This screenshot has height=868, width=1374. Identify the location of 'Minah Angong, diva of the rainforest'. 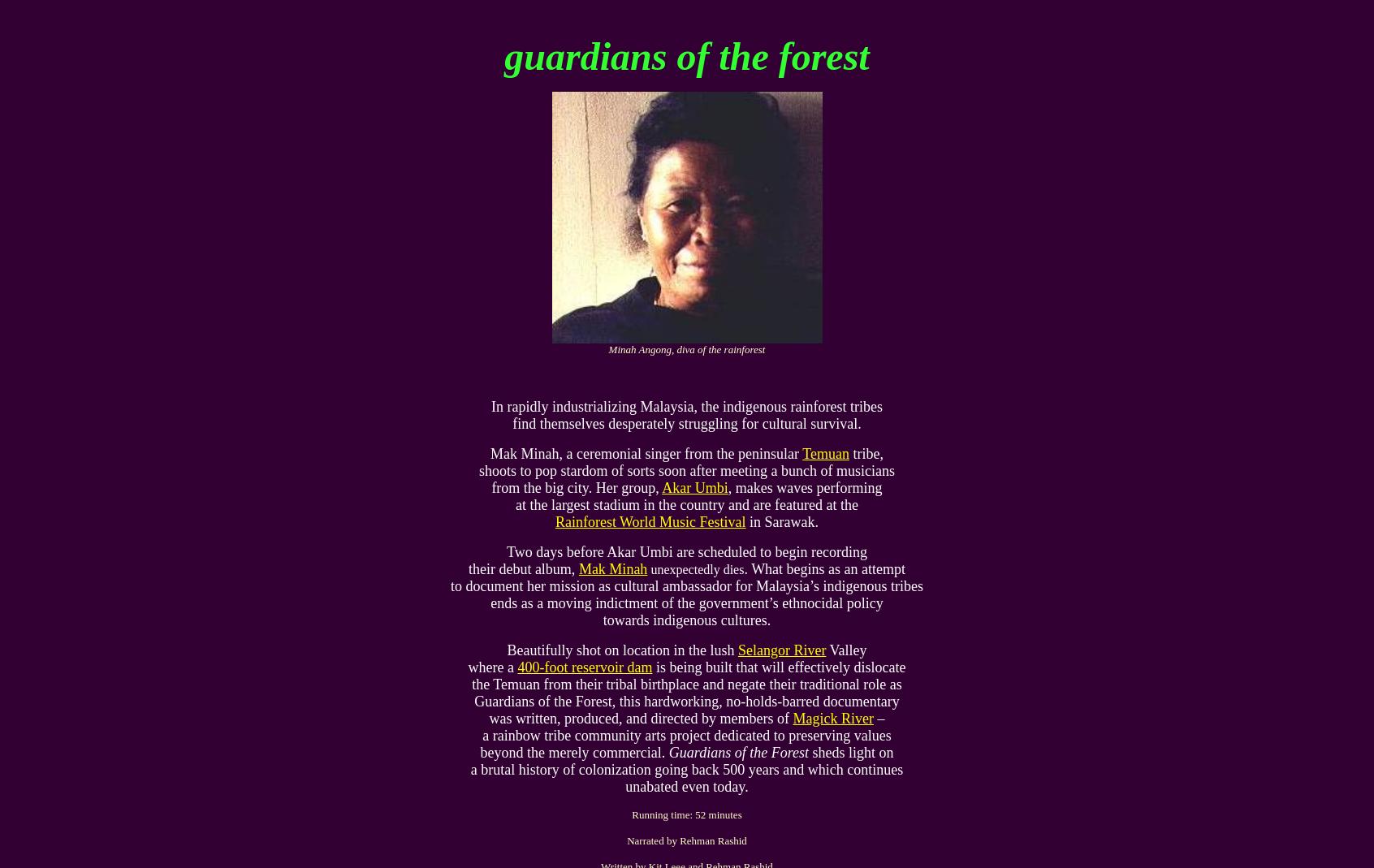
(607, 348).